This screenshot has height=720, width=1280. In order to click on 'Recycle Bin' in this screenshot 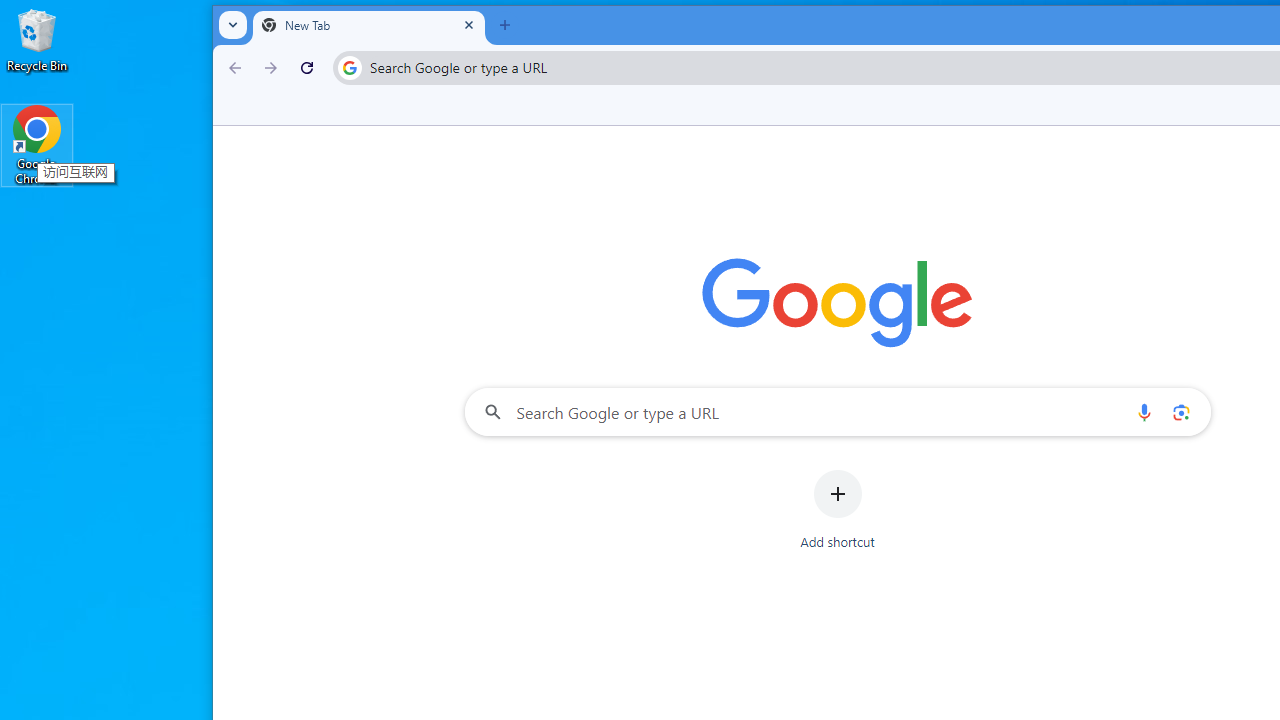, I will do `click(37, 39)`.